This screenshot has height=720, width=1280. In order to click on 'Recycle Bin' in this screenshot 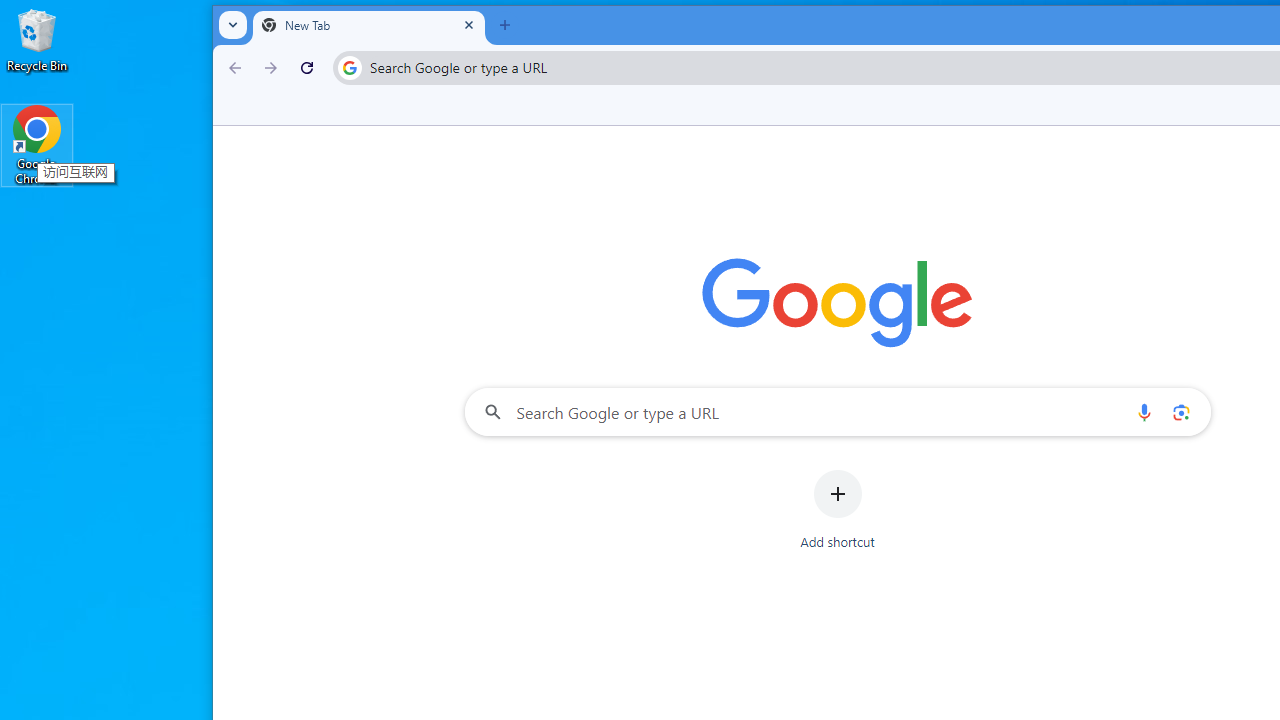, I will do `click(37, 39)`.